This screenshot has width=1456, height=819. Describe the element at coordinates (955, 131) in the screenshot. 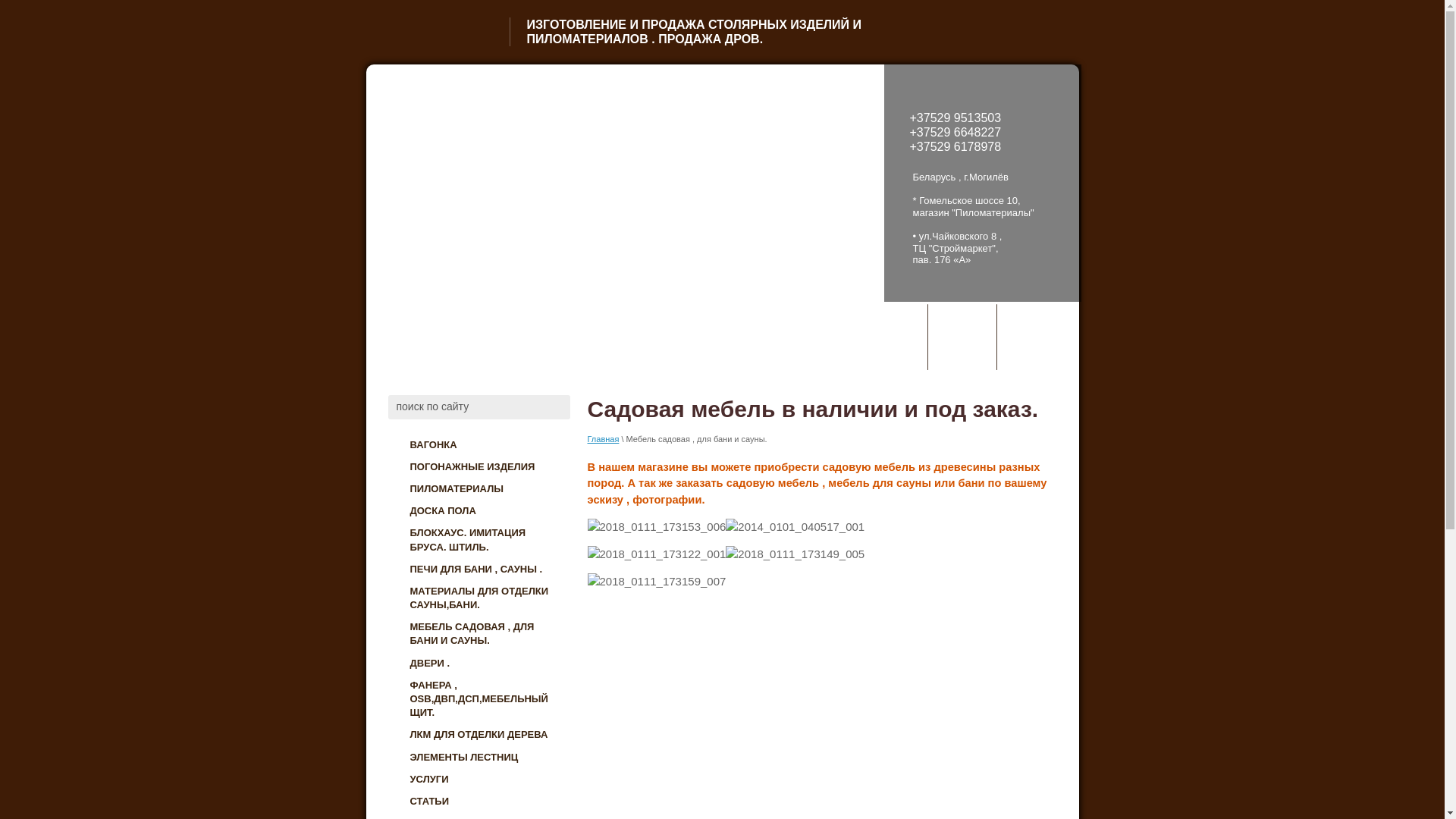

I see `'+37529 6648227'` at that location.